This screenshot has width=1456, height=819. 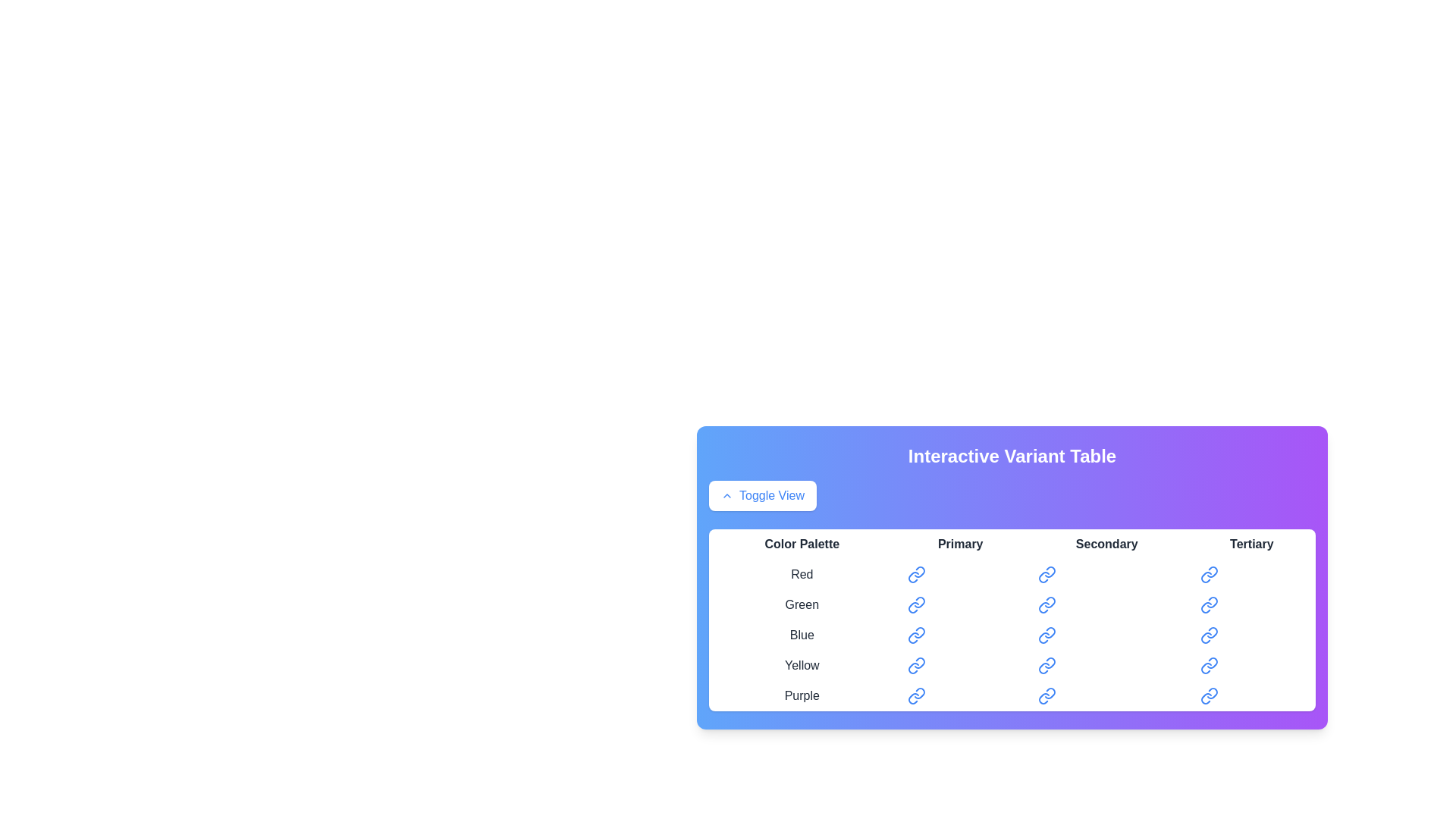 I want to click on the Hyperlink icon located in the 'Interactive Variant Table' under the 'Purple' row and 'Secondary' column, so click(x=1046, y=696).